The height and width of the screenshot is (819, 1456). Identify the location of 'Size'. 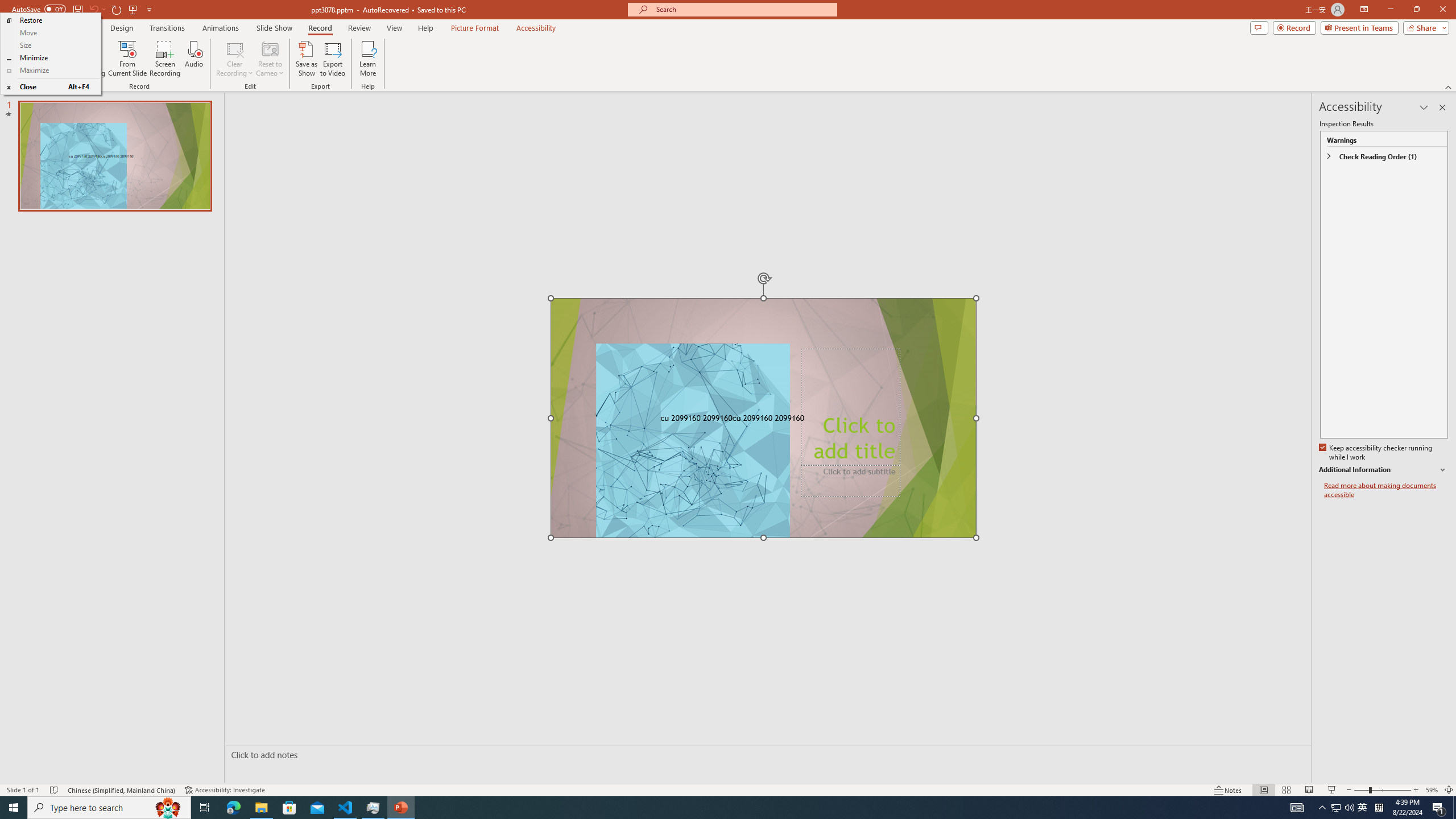
(49, 44).